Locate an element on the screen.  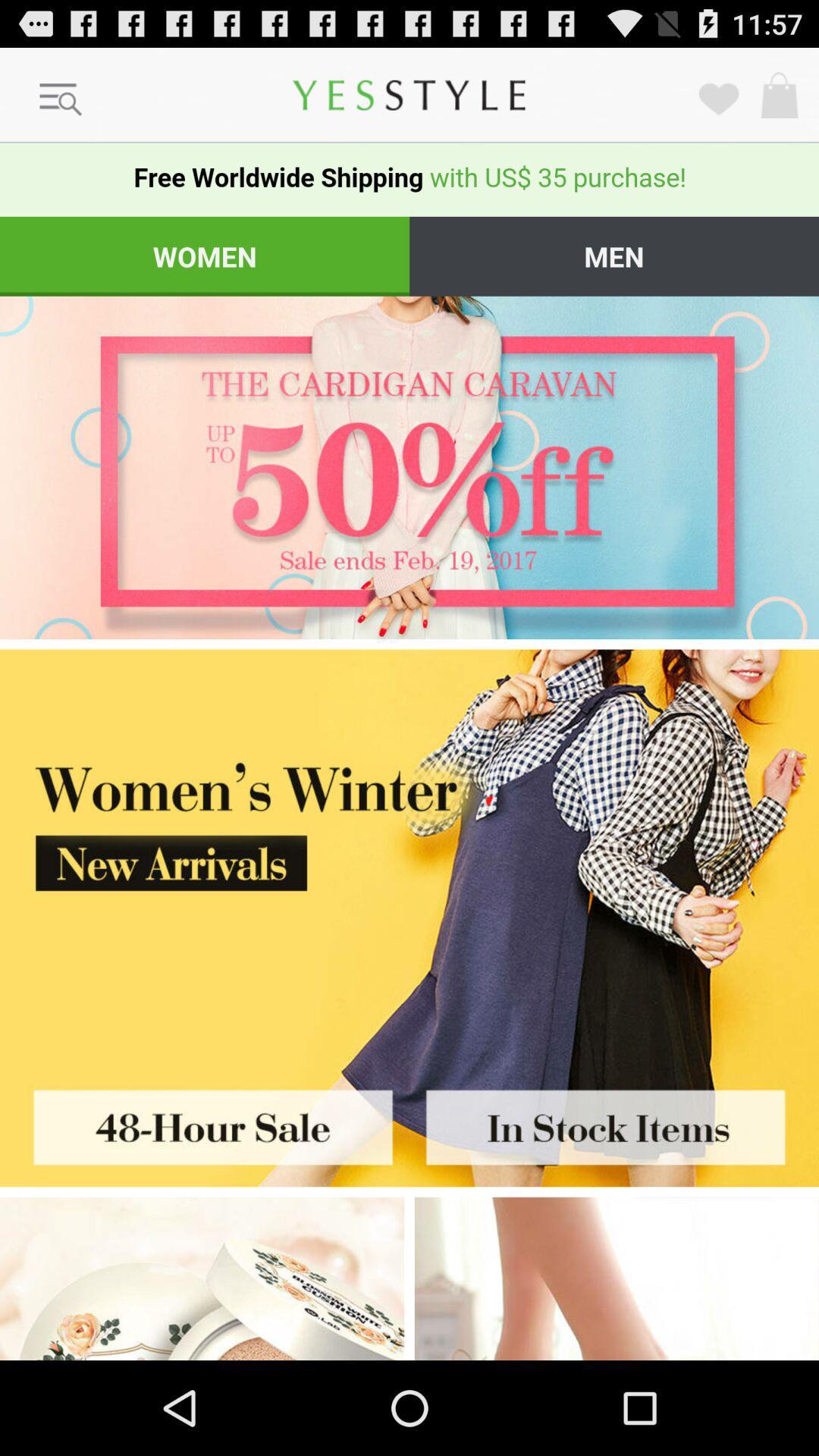
advertisement is located at coordinates (201, 1278).